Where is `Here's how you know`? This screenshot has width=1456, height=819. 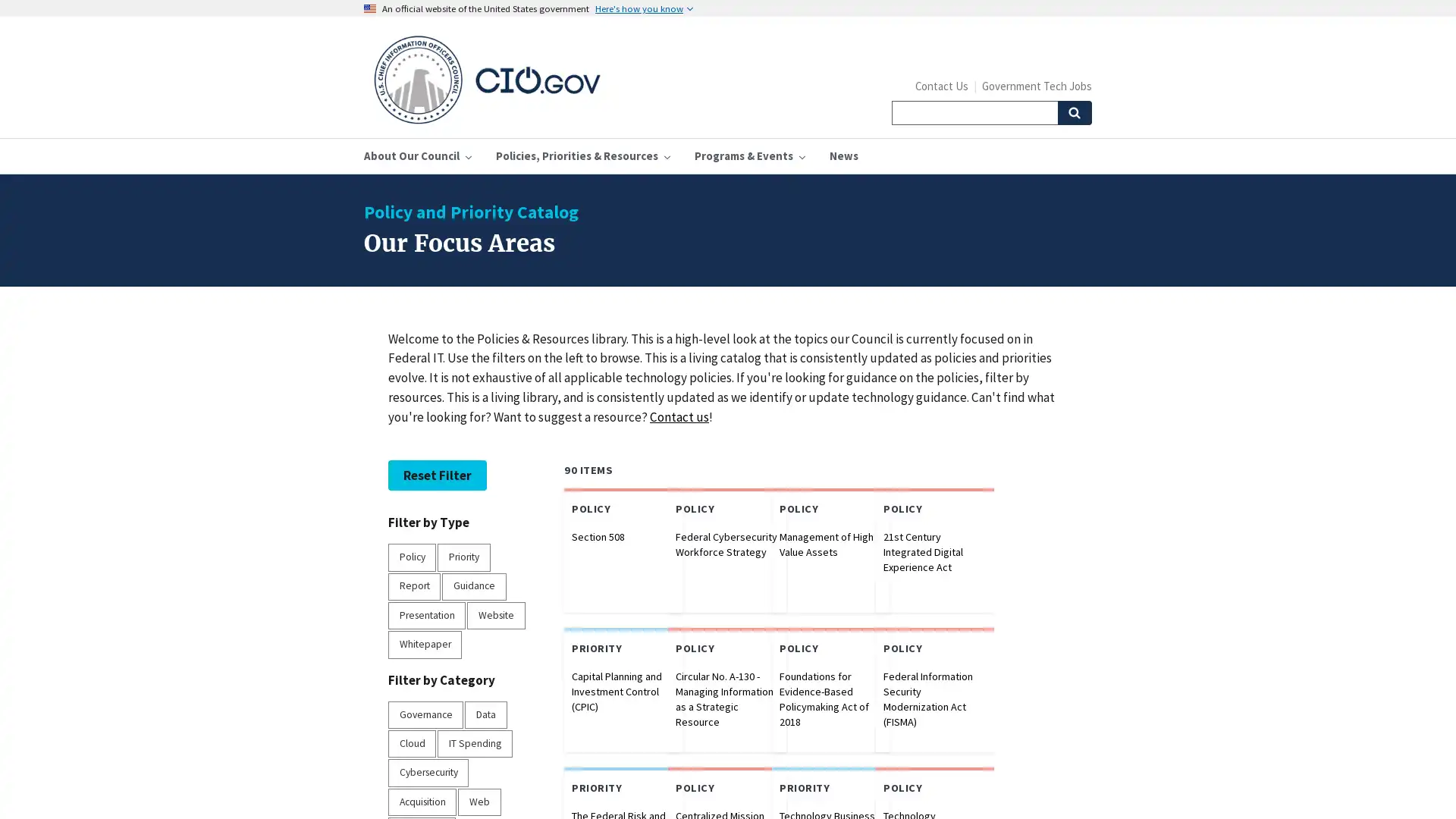
Here's how you know is located at coordinates (644, 8).